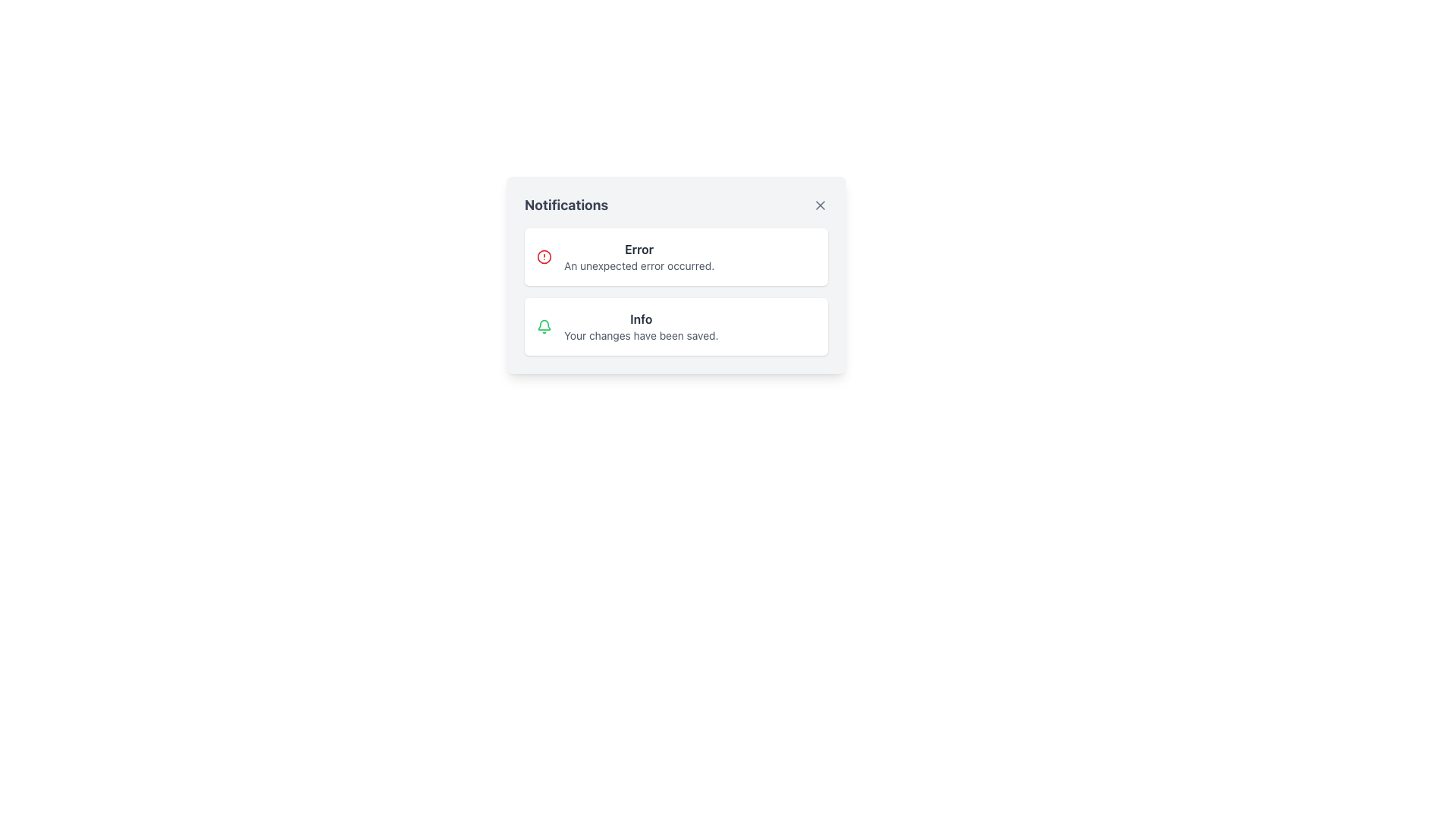 The width and height of the screenshot is (1456, 819). What do you see at coordinates (819, 205) in the screenshot?
I see `the 'X' button located in the upper-right corner of the notifications panel` at bounding box center [819, 205].